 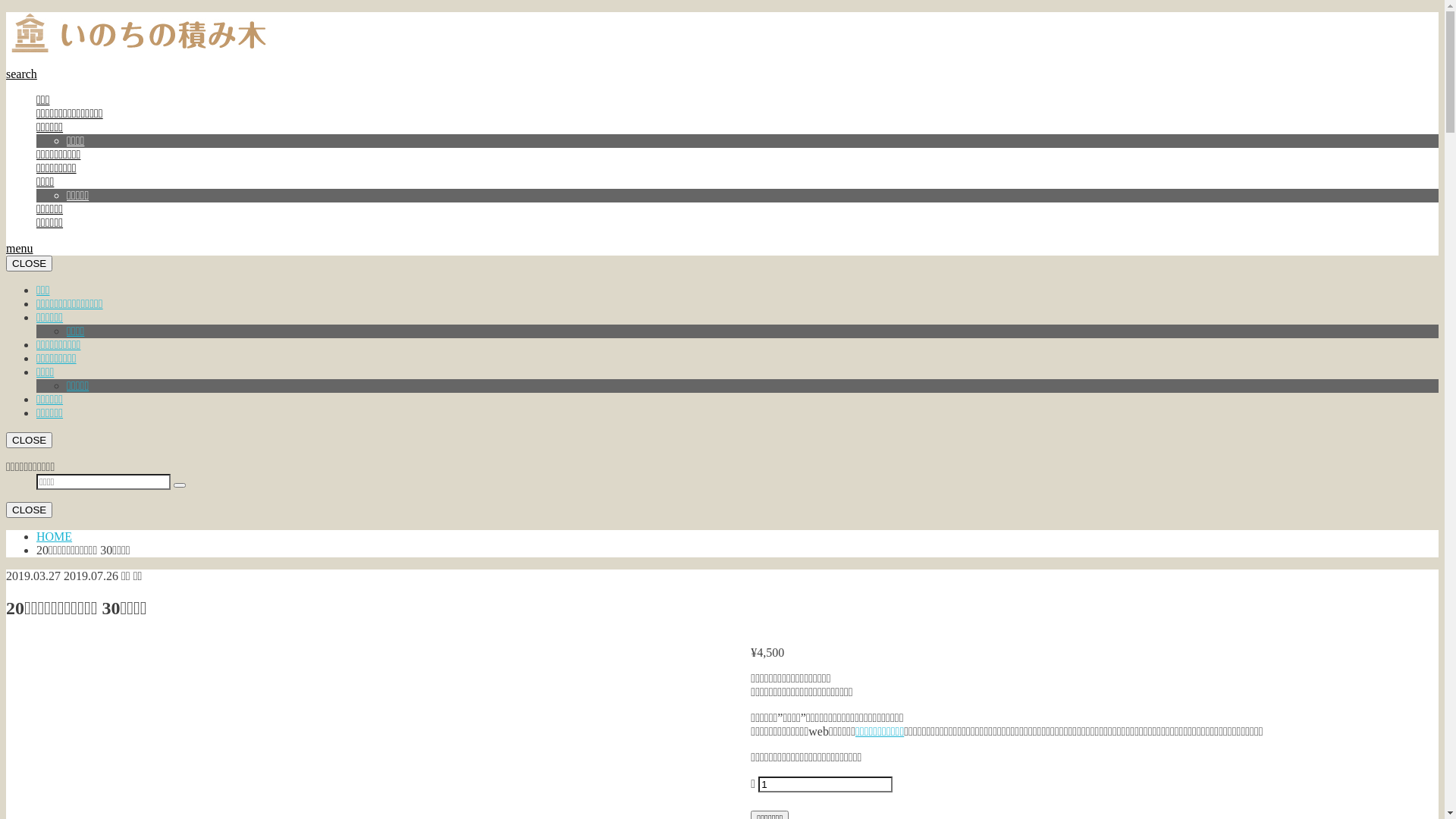 What do you see at coordinates (29, 262) in the screenshot?
I see `'CLOSE'` at bounding box center [29, 262].